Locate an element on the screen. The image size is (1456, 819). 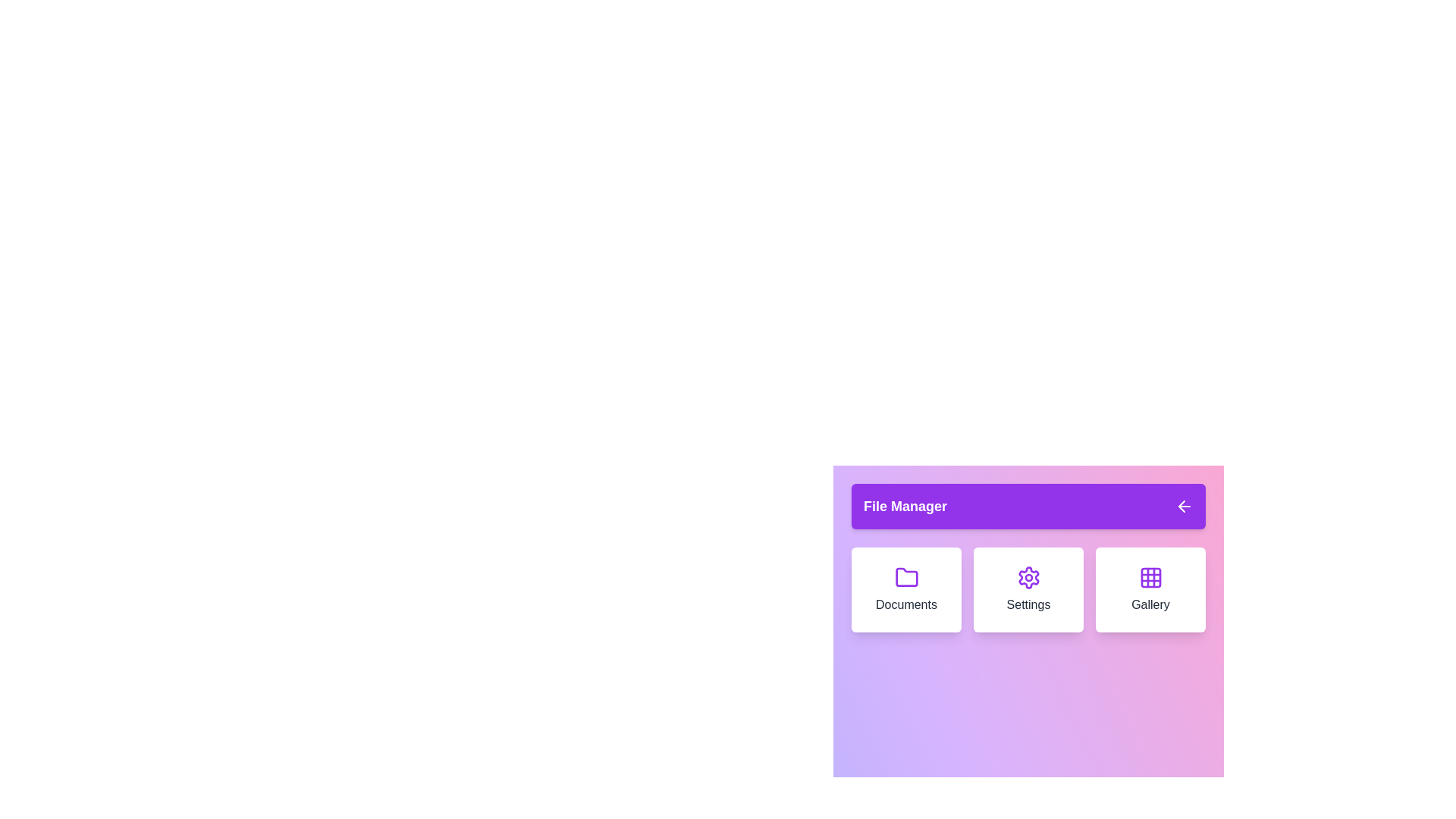
the 'Documents' item is located at coordinates (906, 589).